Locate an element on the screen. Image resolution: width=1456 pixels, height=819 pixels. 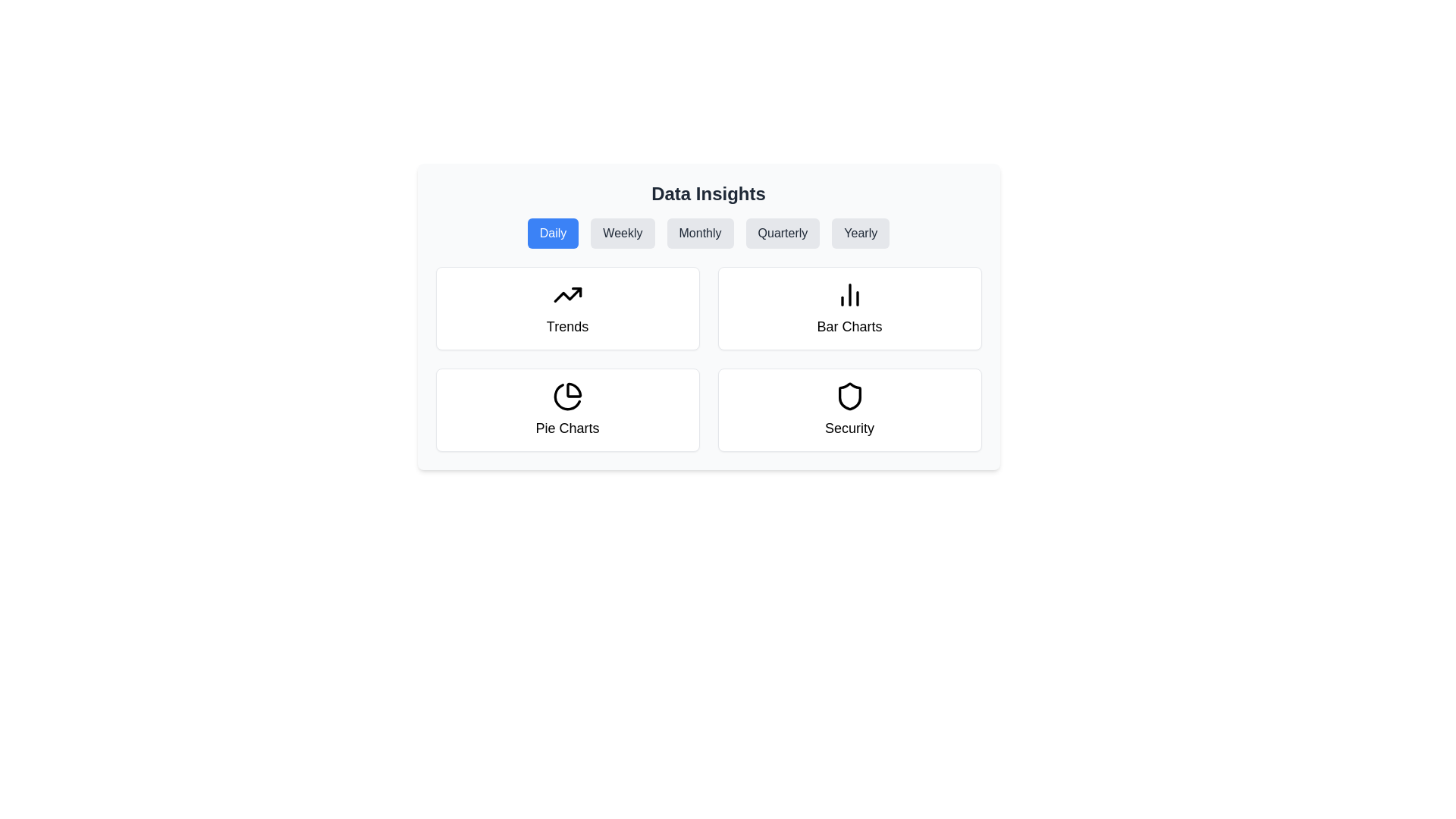
the 'Yearly' button, which is a rounded rectangular button with a light gray background and dark gray text is located at coordinates (861, 234).